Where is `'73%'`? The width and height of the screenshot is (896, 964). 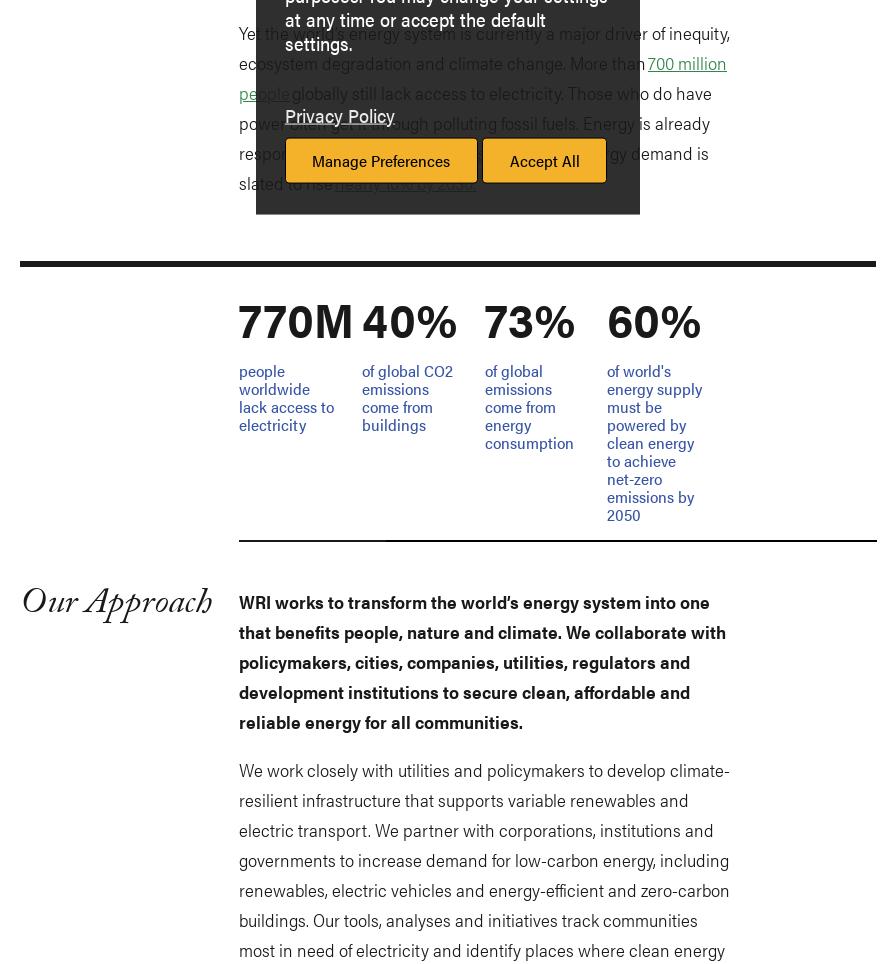 '73%' is located at coordinates (484, 318).